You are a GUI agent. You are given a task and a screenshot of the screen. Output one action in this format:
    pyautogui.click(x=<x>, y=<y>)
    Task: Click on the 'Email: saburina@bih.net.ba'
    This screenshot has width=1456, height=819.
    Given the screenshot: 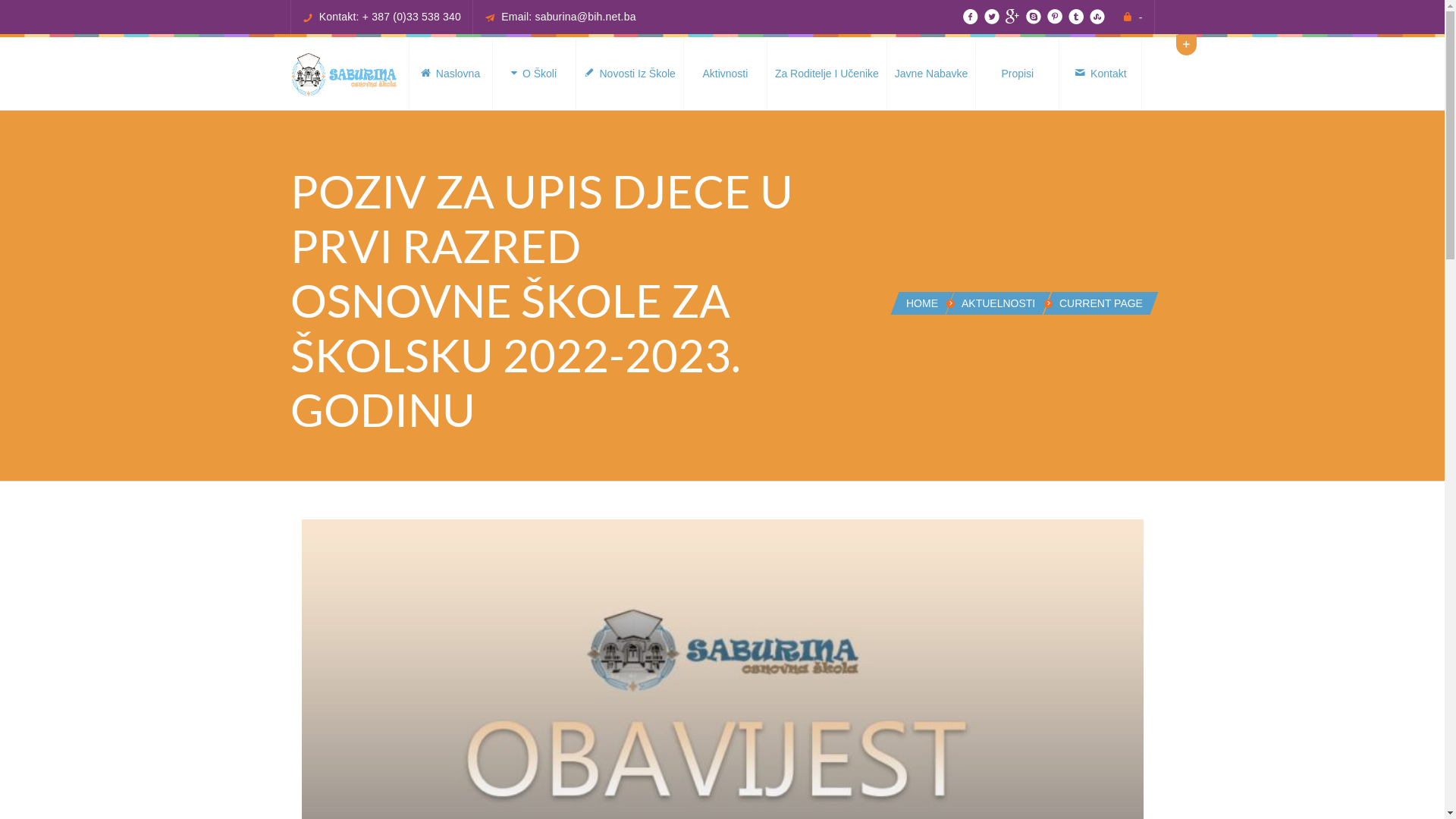 What is the action you would take?
    pyautogui.click(x=567, y=17)
    